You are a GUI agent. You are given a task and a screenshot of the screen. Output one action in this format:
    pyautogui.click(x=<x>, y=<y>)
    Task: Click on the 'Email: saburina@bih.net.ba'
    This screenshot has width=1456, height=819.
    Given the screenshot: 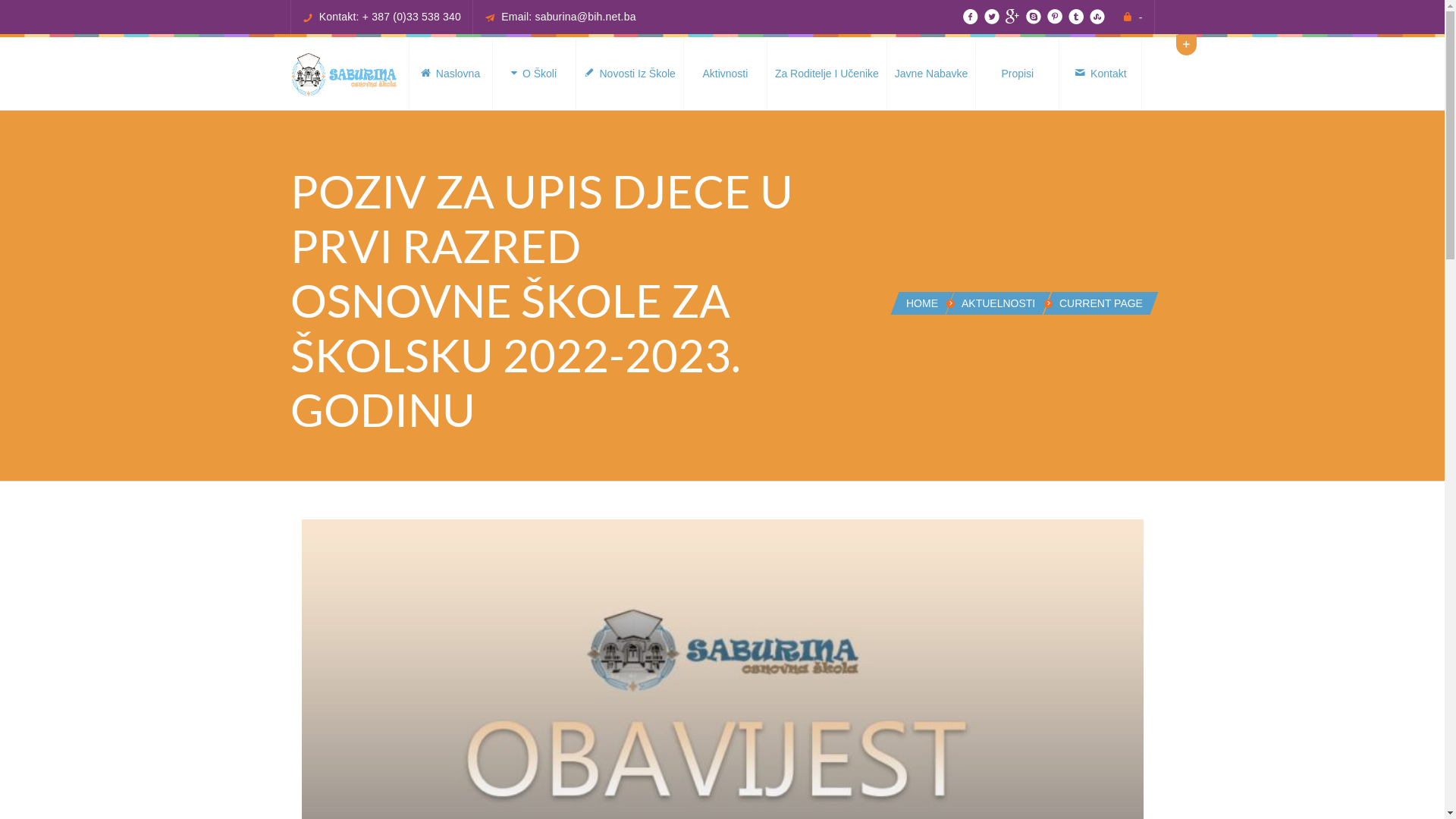 What is the action you would take?
    pyautogui.click(x=567, y=17)
    